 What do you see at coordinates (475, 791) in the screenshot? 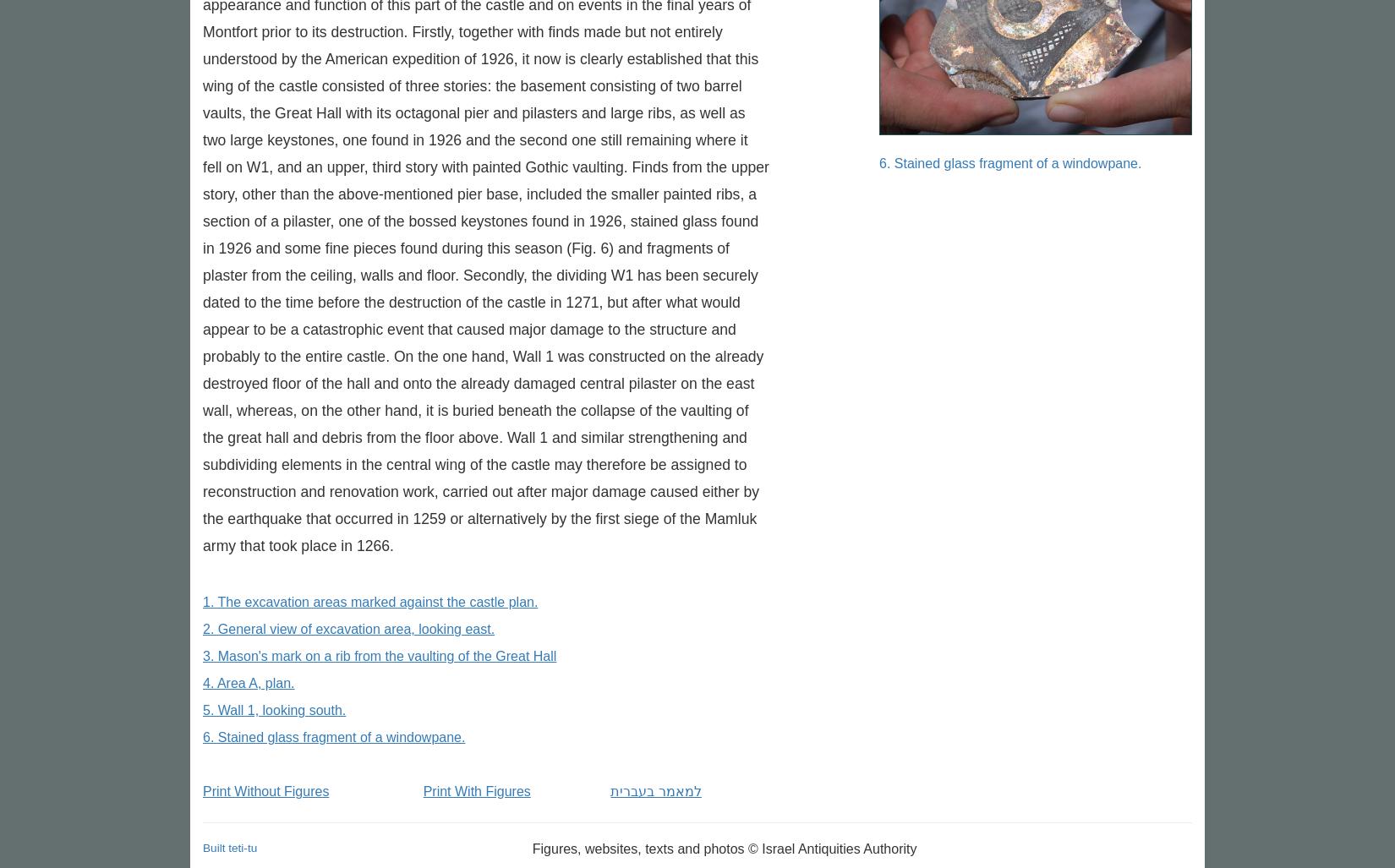
I see `'Print With Figures'` at bounding box center [475, 791].